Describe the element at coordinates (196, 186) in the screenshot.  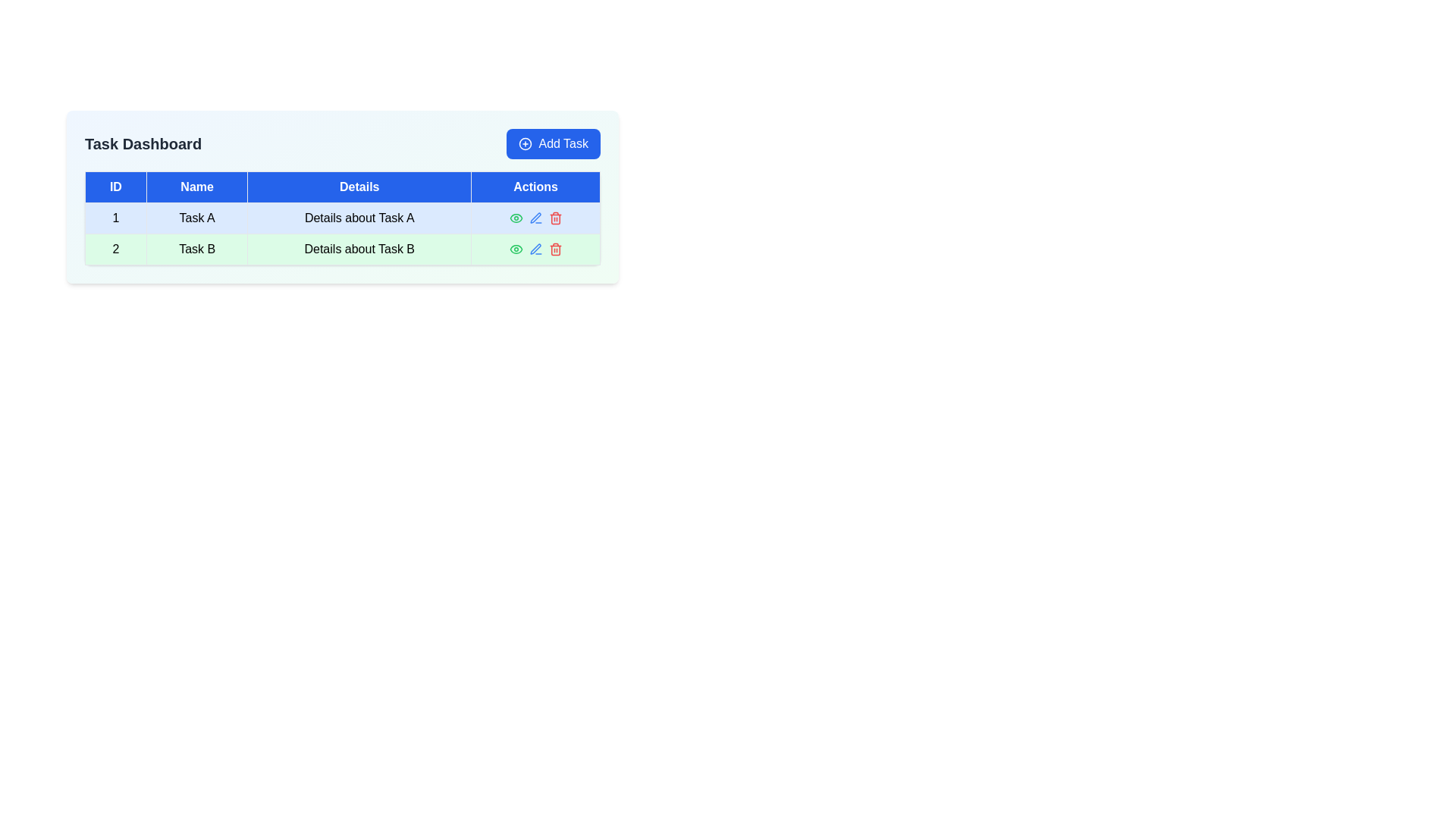
I see `the 'Name' text label, which is displayed in white text centered on a blue rectangular background, positioned between the 'ID' and 'Details' columns in the header row of a table` at that location.